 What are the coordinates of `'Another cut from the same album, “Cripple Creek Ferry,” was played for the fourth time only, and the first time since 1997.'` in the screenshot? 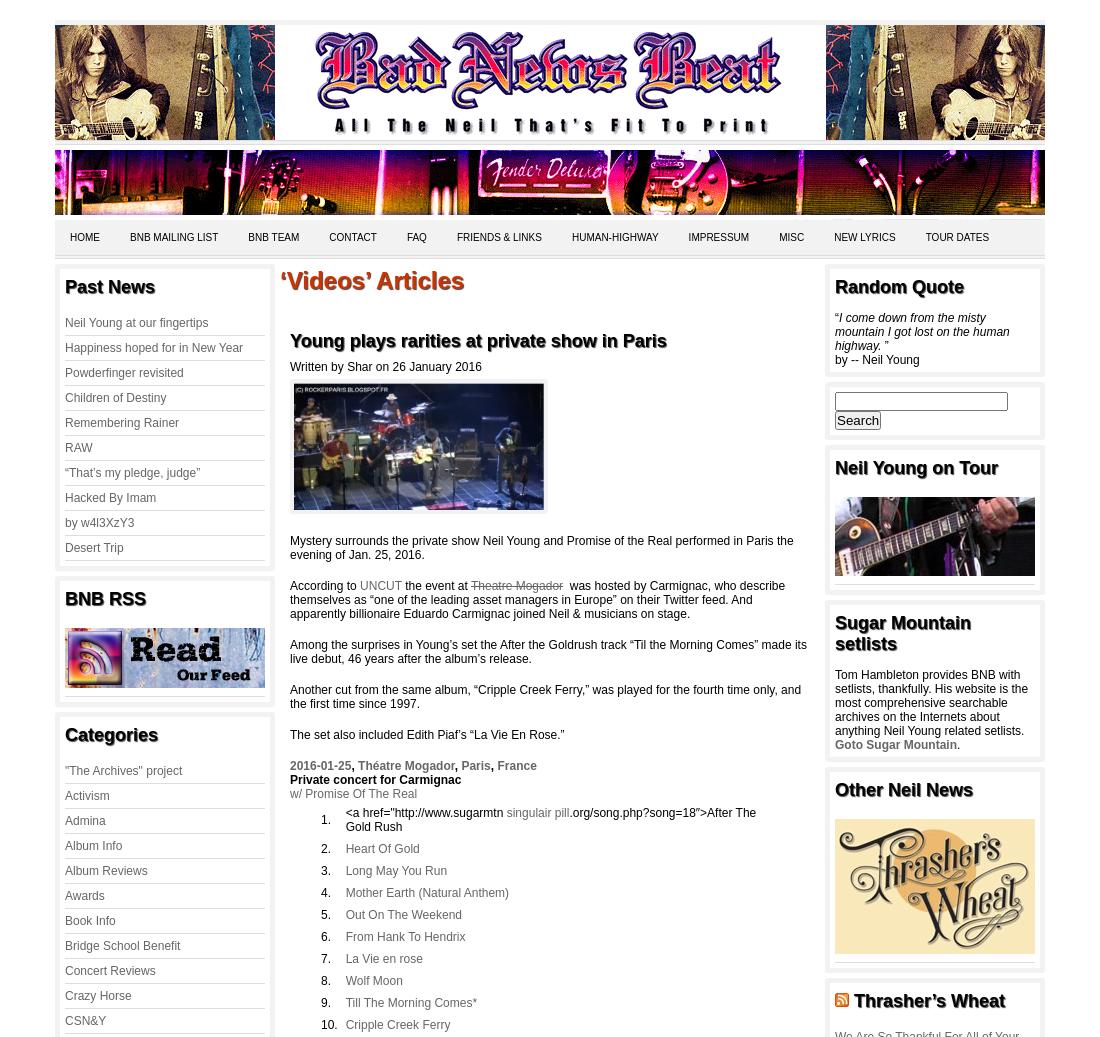 It's located at (545, 696).